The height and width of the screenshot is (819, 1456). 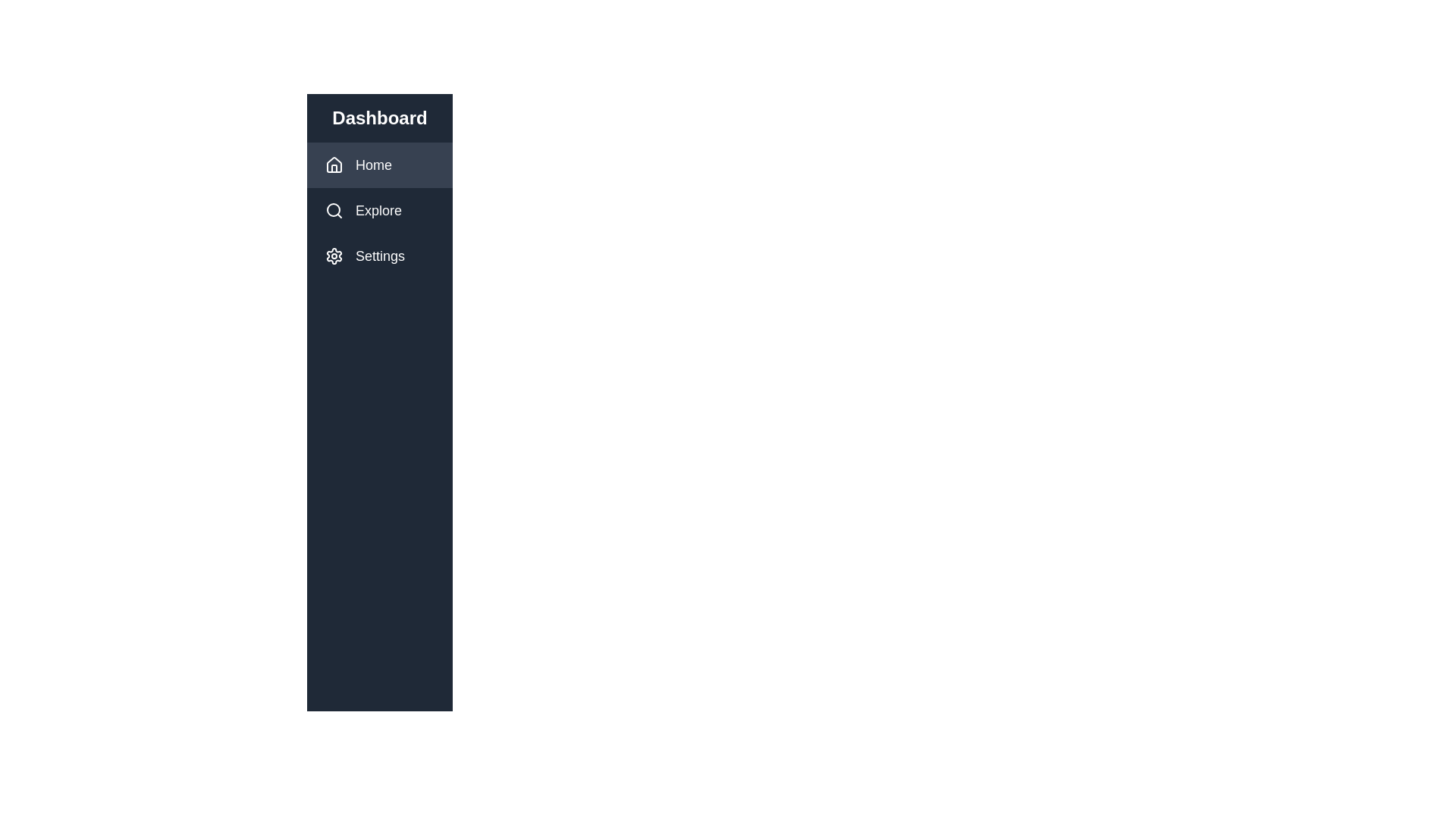 What do you see at coordinates (334, 164) in the screenshot?
I see `the house-shaped icon in the 'Home' menu option in the left sidebar, which is styled with a simple line illustration in a dark color and positioned above the text label 'Home'` at bounding box center [334, 164].